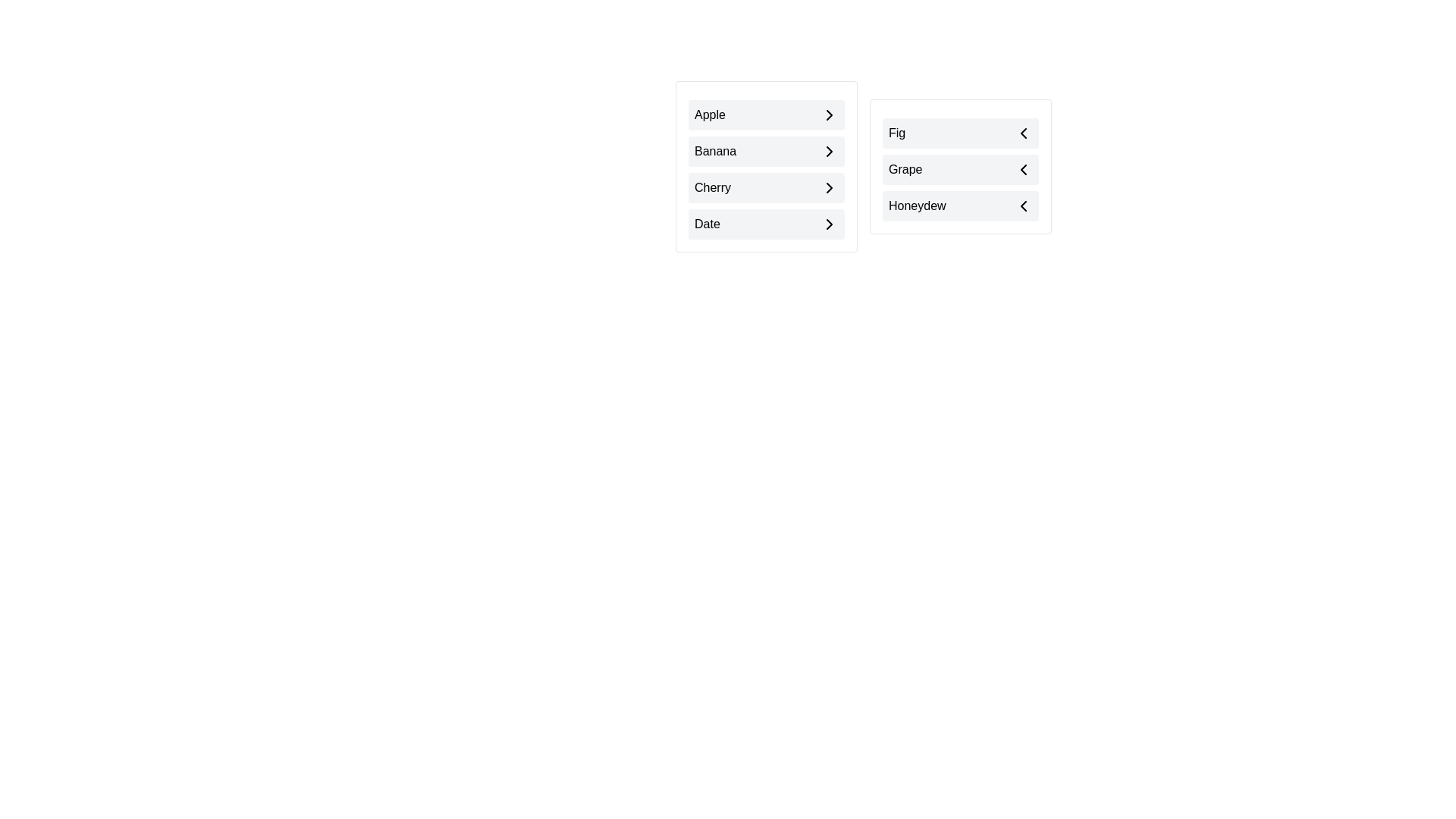 This screenshot has width=1456, height=819. What do you see at coordinates (767, 152) in the screenshot?
I see `the item Banana in the list` at bounding box center [767, 152].